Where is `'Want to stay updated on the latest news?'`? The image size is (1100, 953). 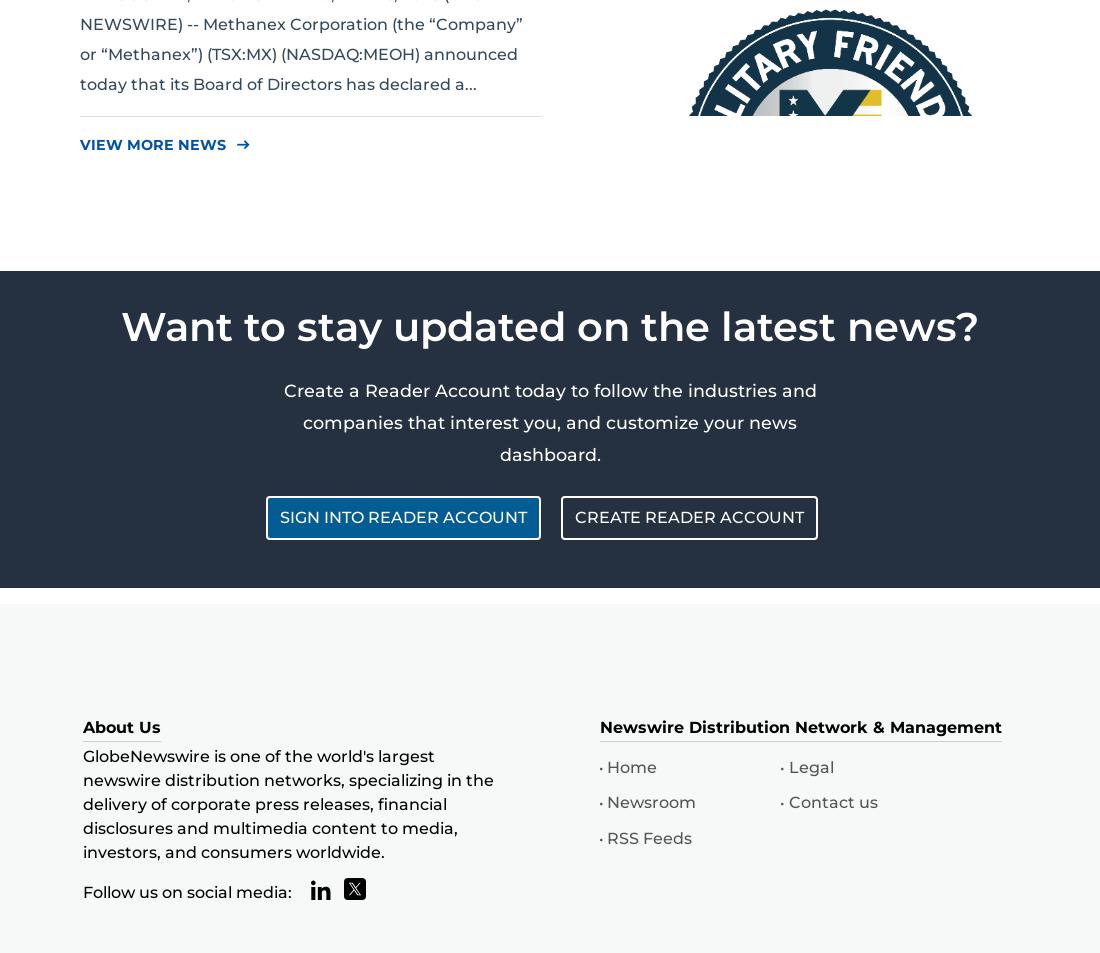 'Want to stay updated on the latest news?' is located at coordinates (550, 324).